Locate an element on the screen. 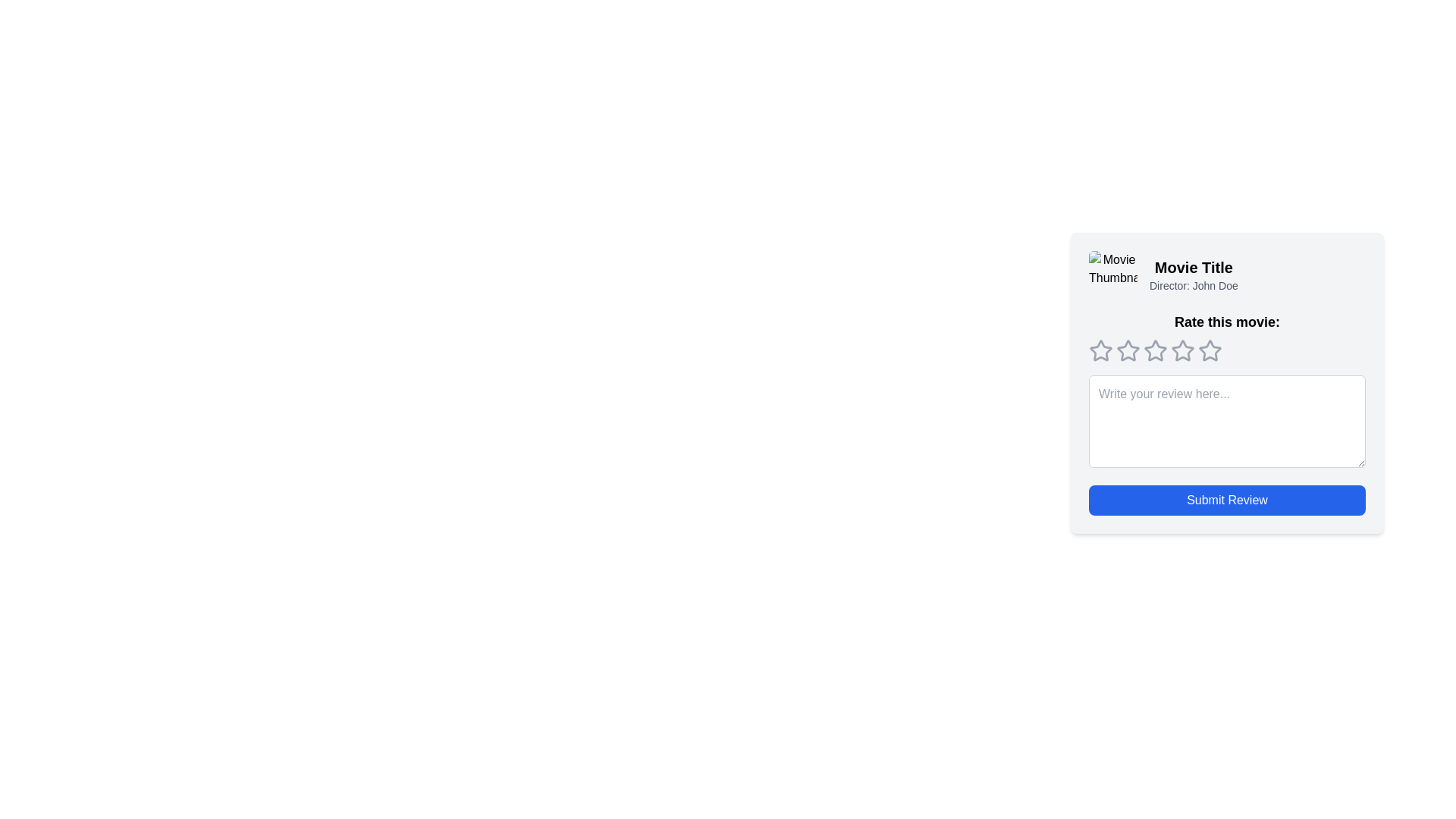 The height and width of the screenshot is (819, 1456). the second star in the row of five rating stars, located in the 'Rate this movie' section is located at coordinates (1128, 350).